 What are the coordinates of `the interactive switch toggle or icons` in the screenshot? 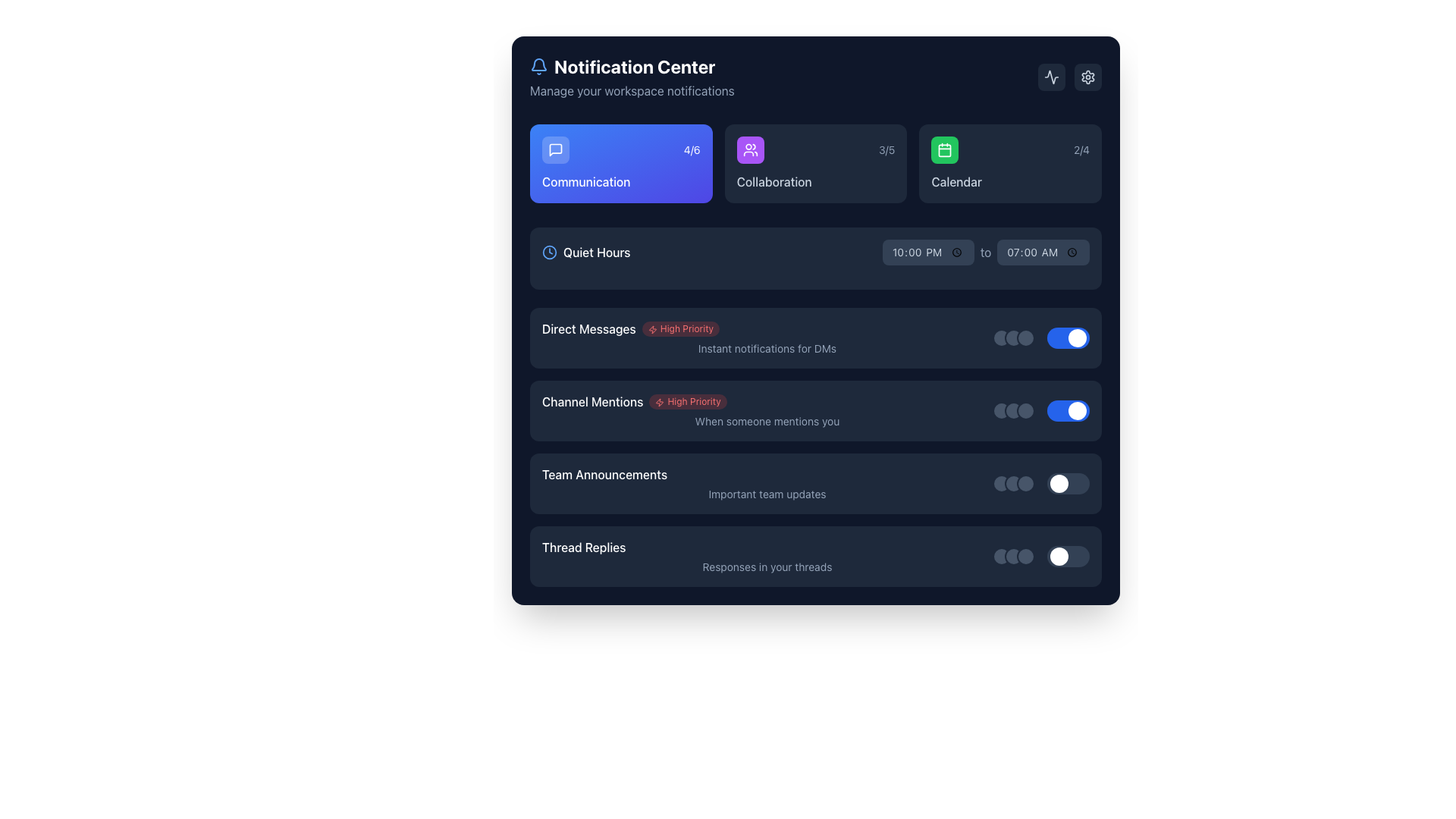 It's located at (1040, 337).